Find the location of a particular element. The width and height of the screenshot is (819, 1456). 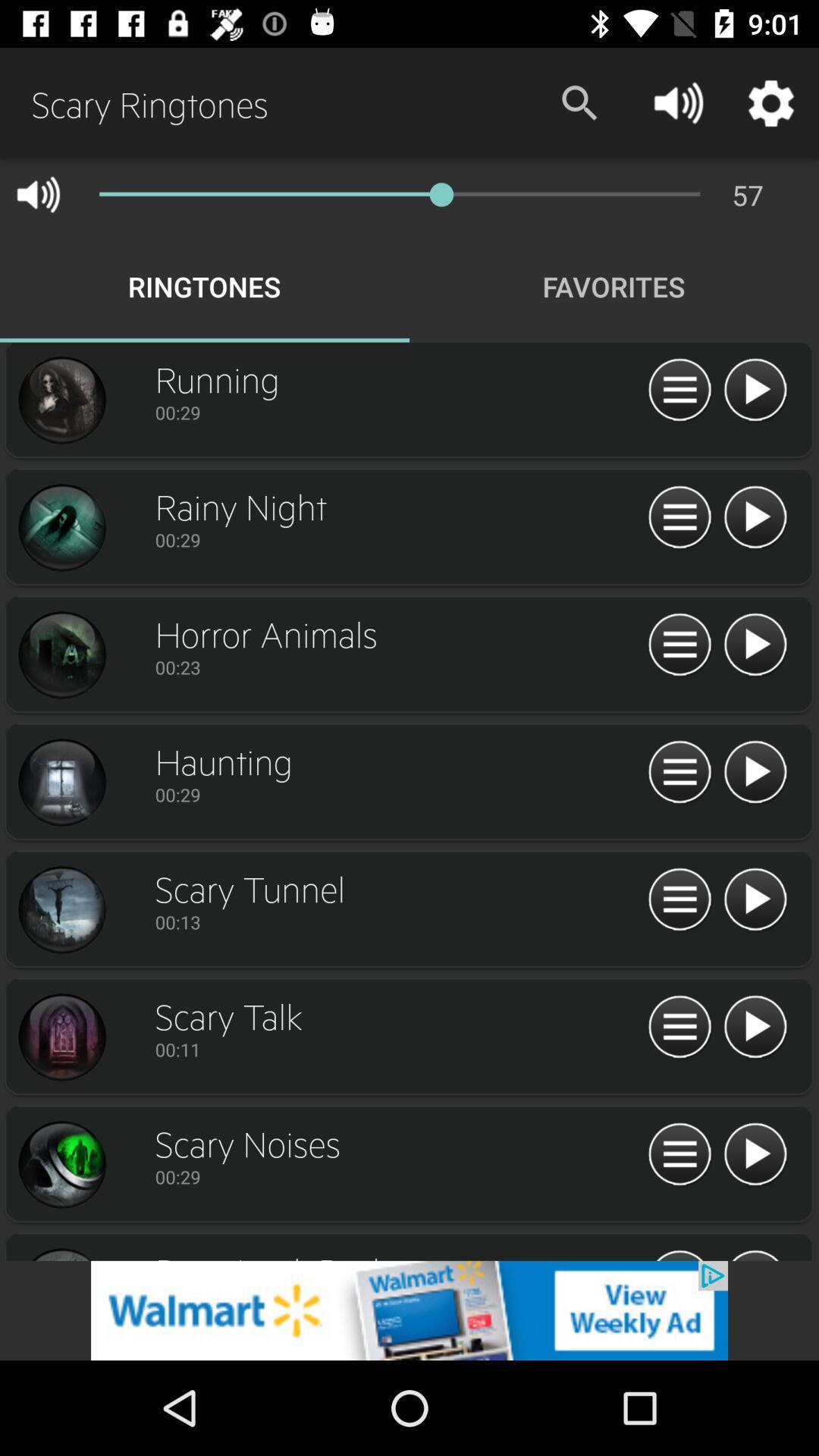

pay option is located at coordinates (755, 1028).